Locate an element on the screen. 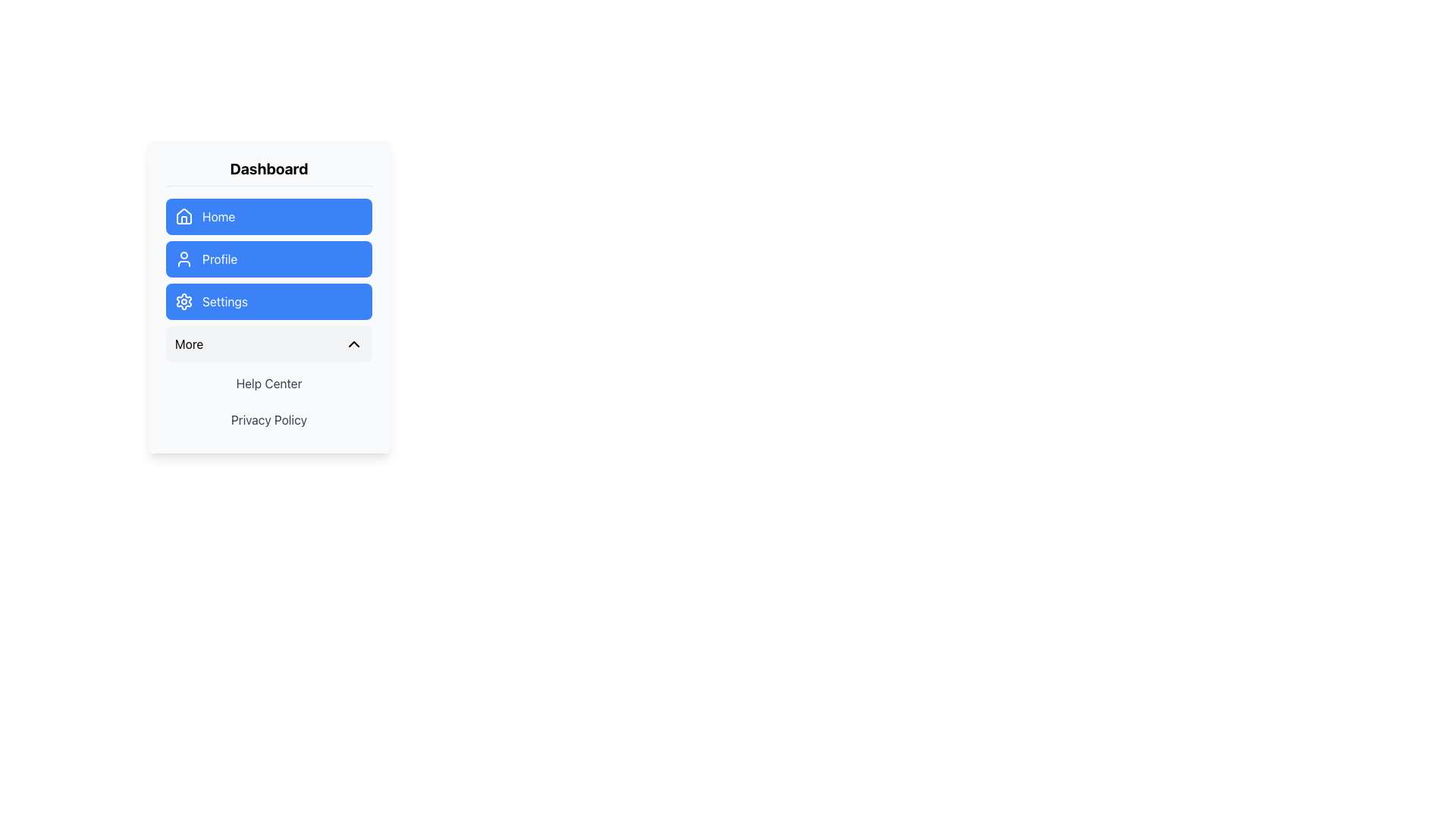 This screenshot has height=819, width=1456. the home-shaped SVG icon that represents the first item in the list of options under the 'Dashboard' header, located to the left of the 'Home' button is located at coordinates (184, 220).